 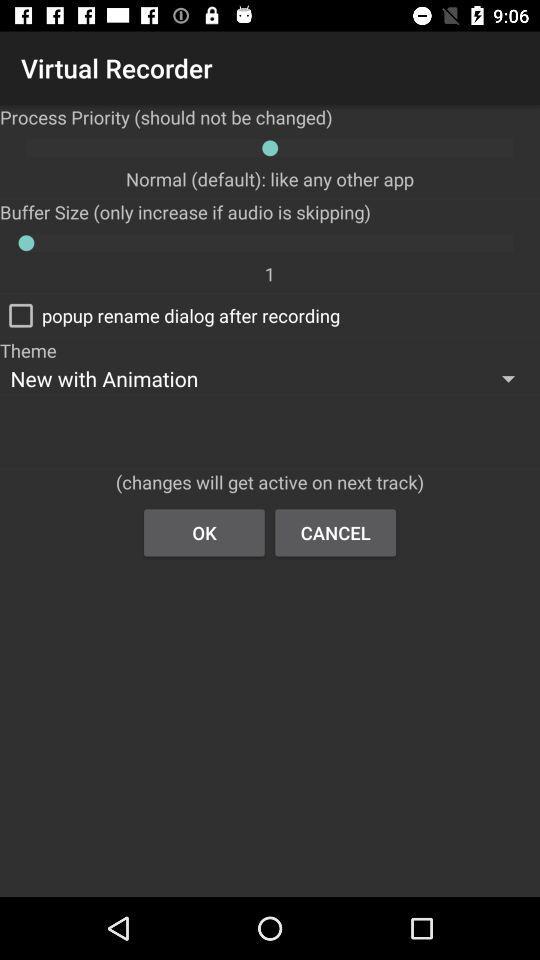 I want to click on the icon to the right of ok icon, so click(x=335, y=531).